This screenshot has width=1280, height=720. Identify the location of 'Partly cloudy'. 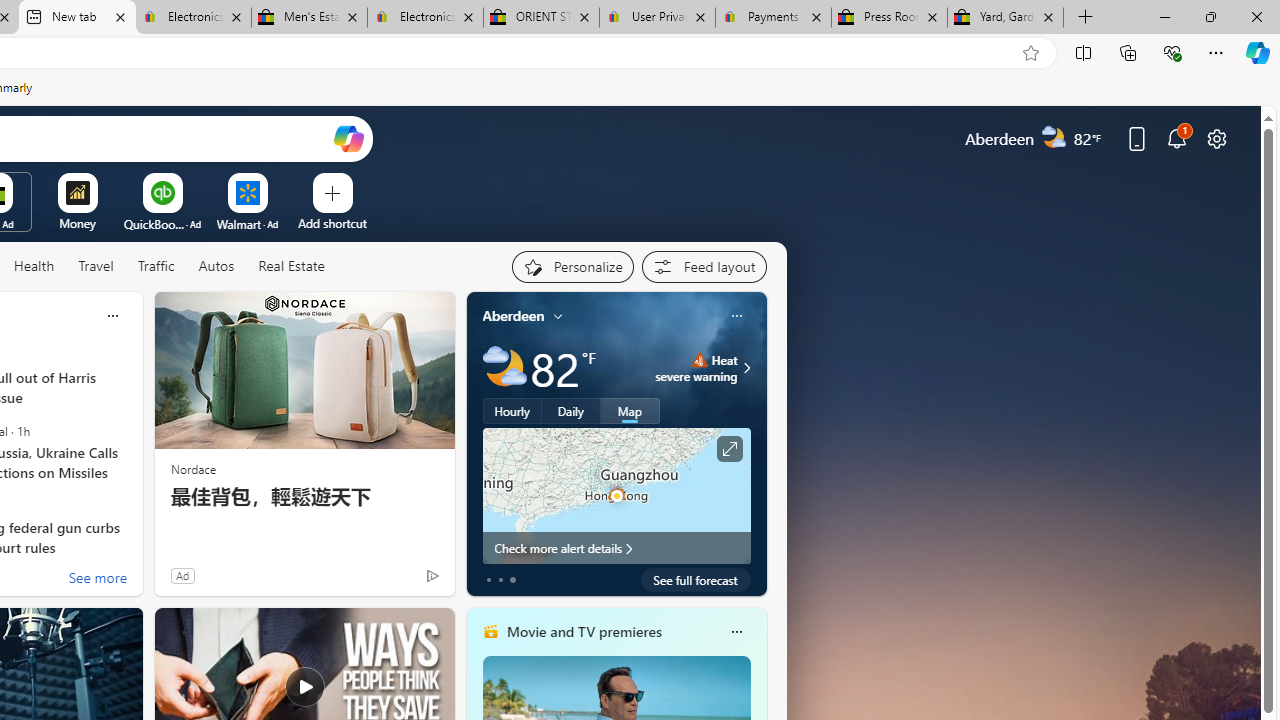
(504, 368).